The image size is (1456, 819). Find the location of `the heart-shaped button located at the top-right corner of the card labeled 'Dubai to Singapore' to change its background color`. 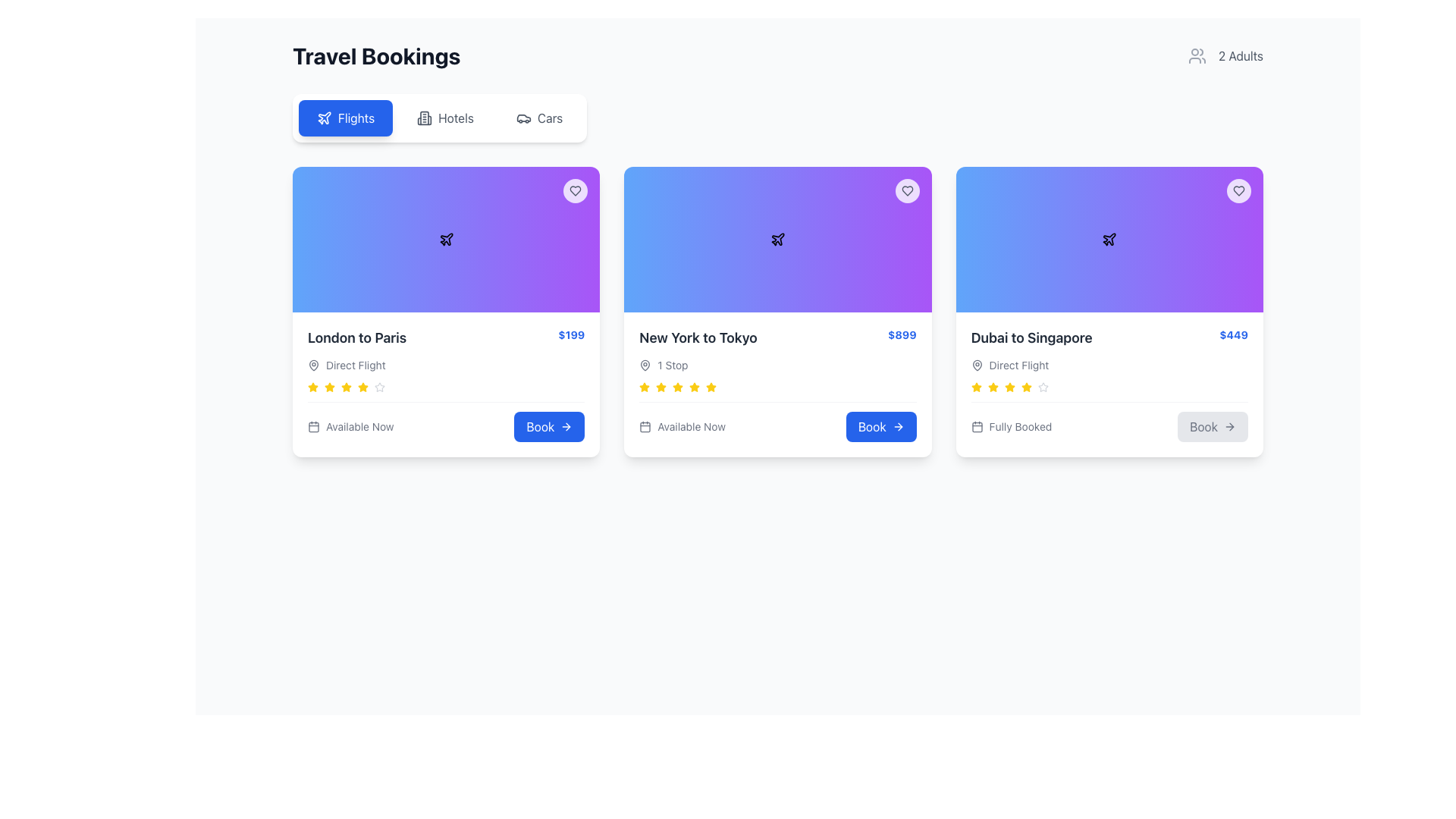

the heart-shaped button located at the top-right corner of the card labeled 'Dubai to Singapore' to change its background color is located at coordinates (1238, 190).